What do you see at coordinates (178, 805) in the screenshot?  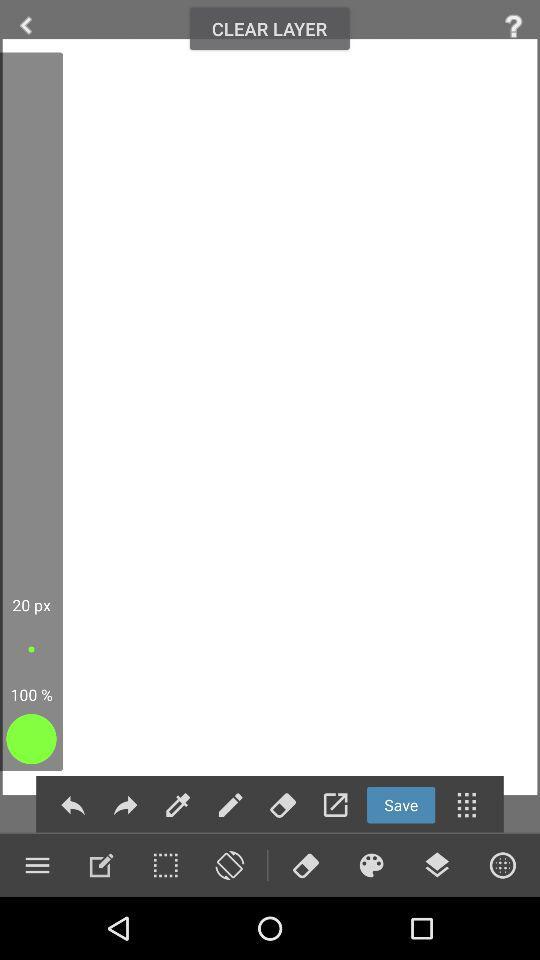 I see `the edit icon` at bounding box center [178, 805].